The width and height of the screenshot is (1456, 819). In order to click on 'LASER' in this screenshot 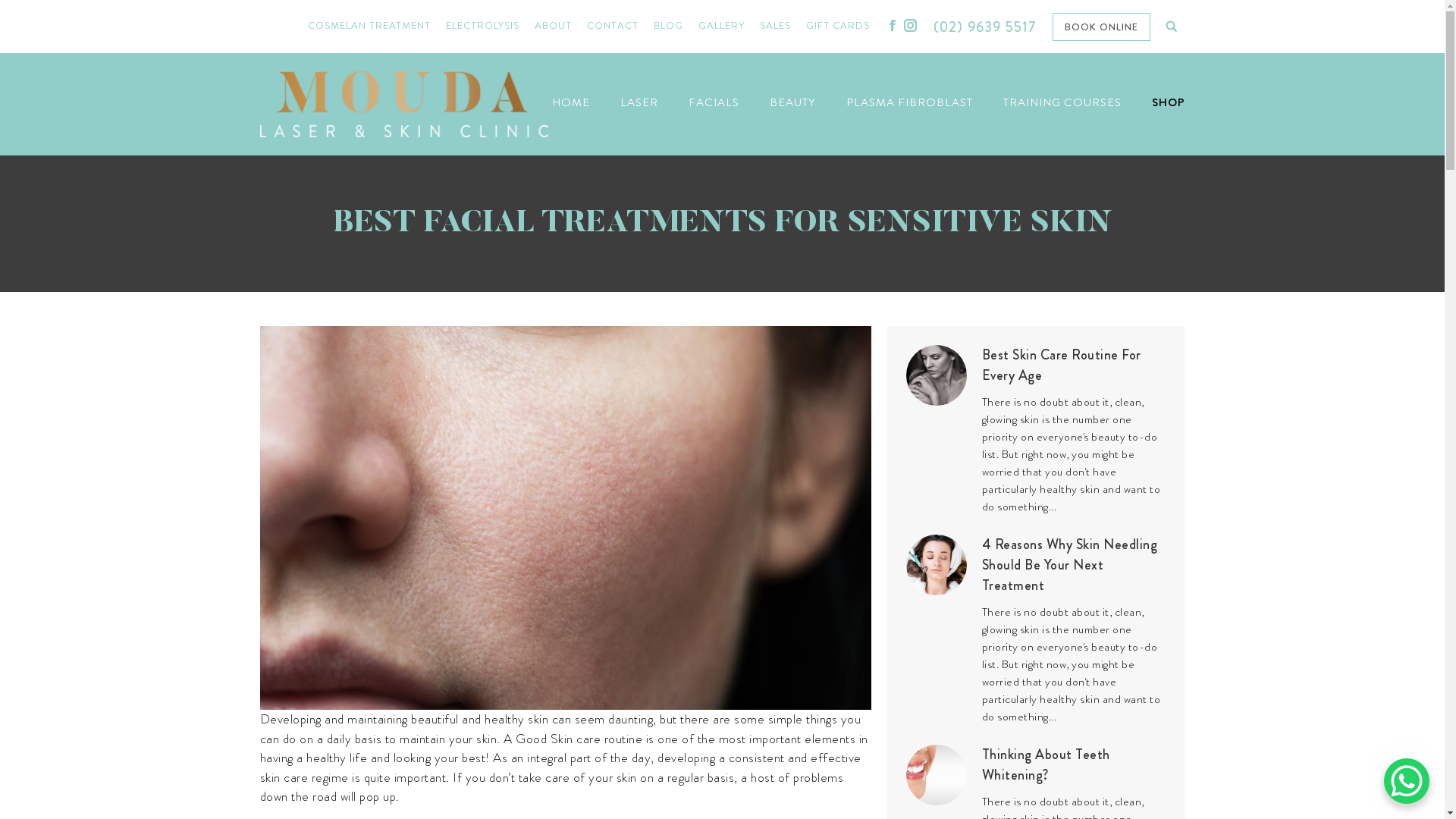, I will do `click(639, 102)`.